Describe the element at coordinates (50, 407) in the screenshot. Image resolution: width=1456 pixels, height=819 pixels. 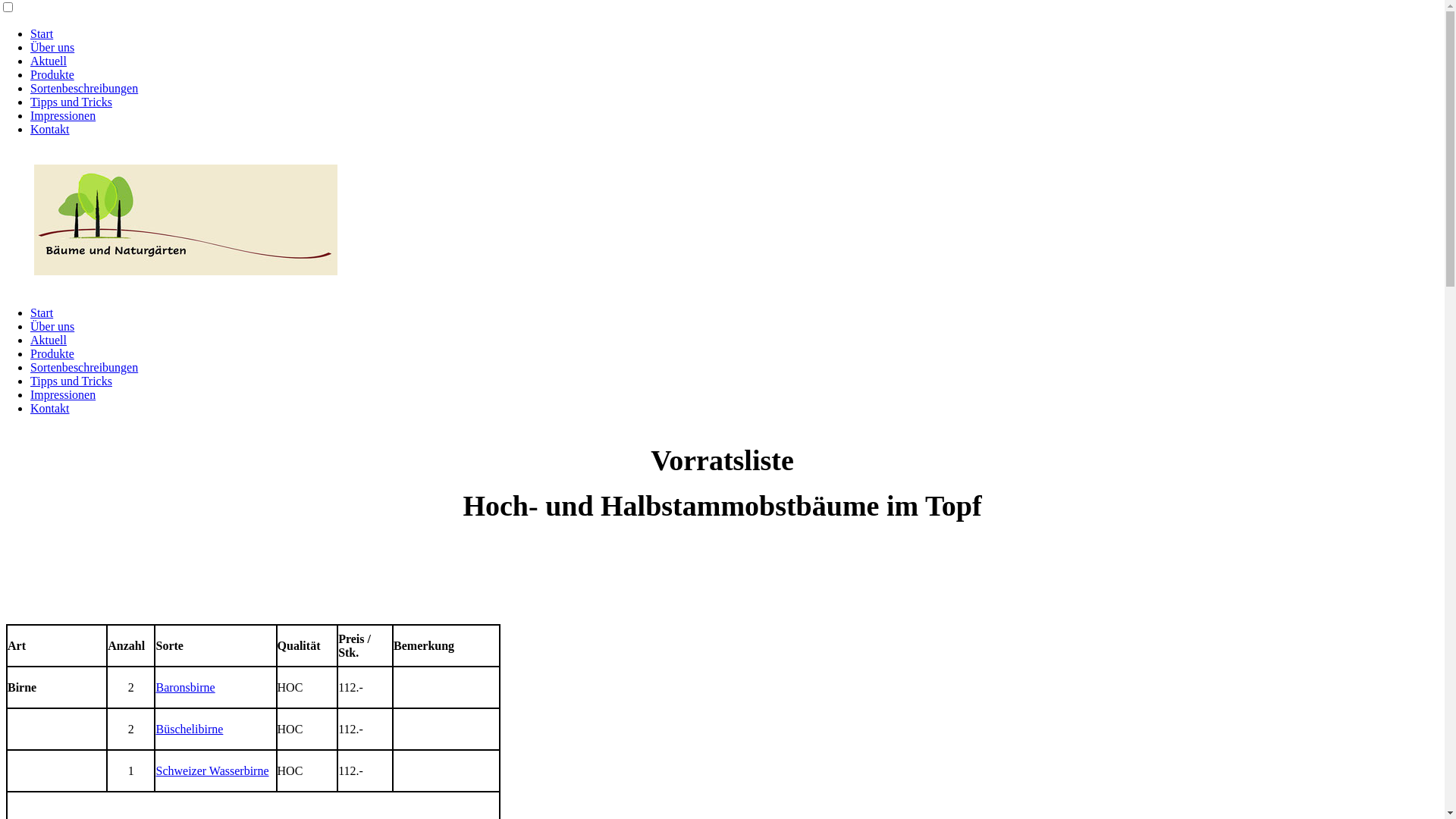
I see `'Kontakt'` at that location.